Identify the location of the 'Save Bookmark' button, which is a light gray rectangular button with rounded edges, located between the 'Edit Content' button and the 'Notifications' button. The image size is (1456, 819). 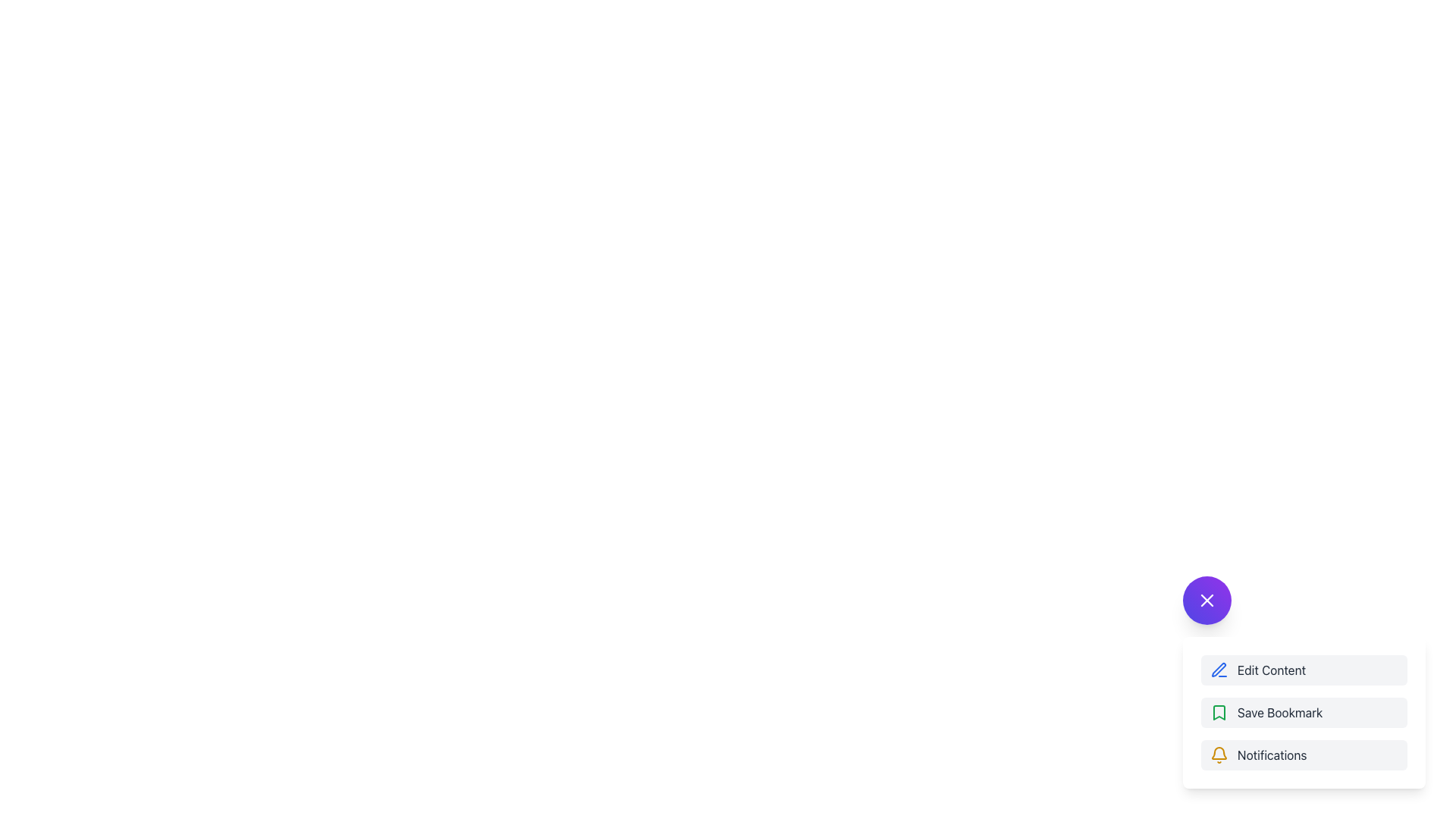
(1303, 713).